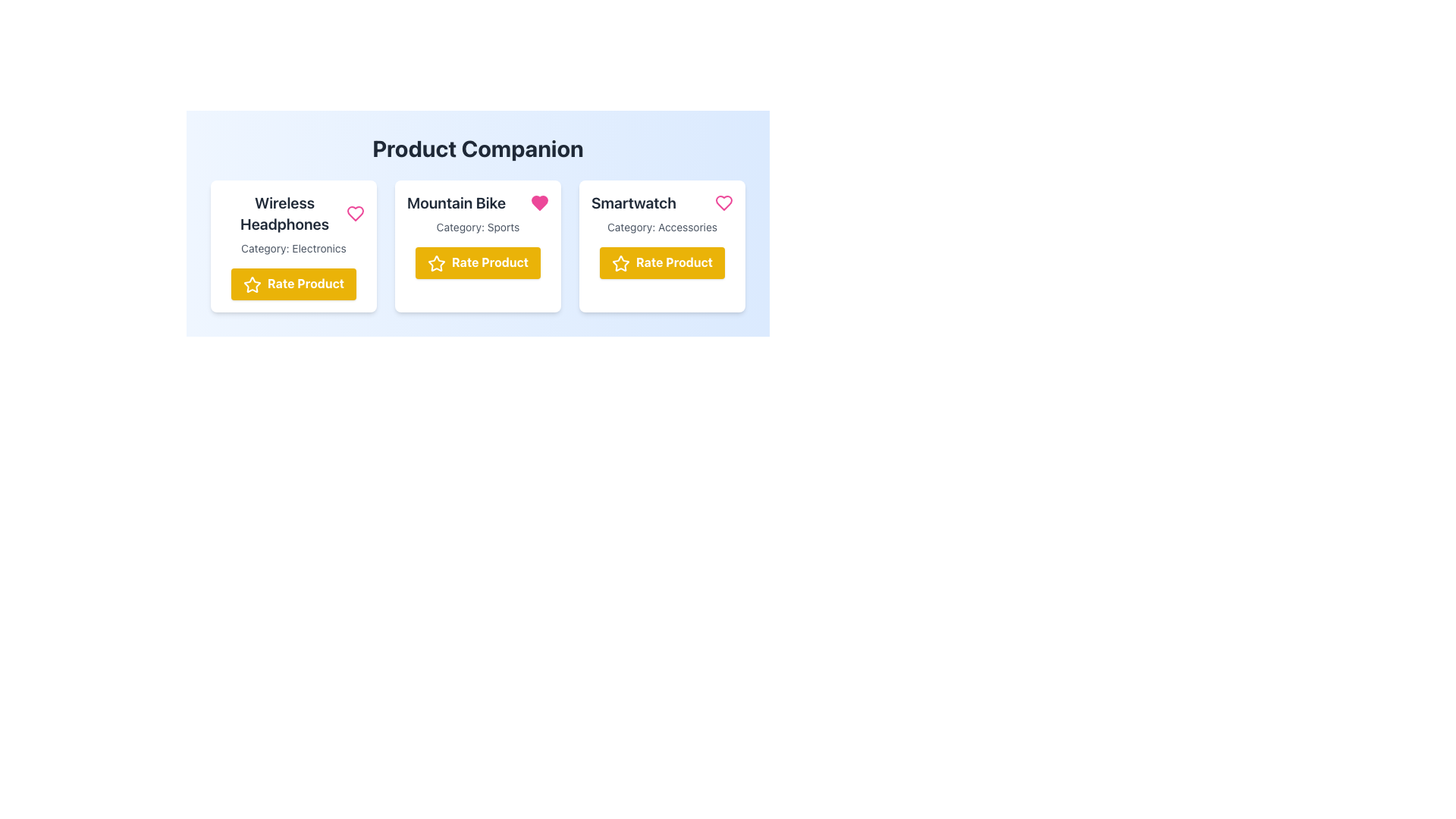 The width and height of the screenshot is (1456, 819). What do you see at coordinates (477, 202) in the screenshot?
I see `the text label displaying the product title 'Mountain Bike', which is positioned at the top of the card layout in the center column` at bounding box center [477, 202].